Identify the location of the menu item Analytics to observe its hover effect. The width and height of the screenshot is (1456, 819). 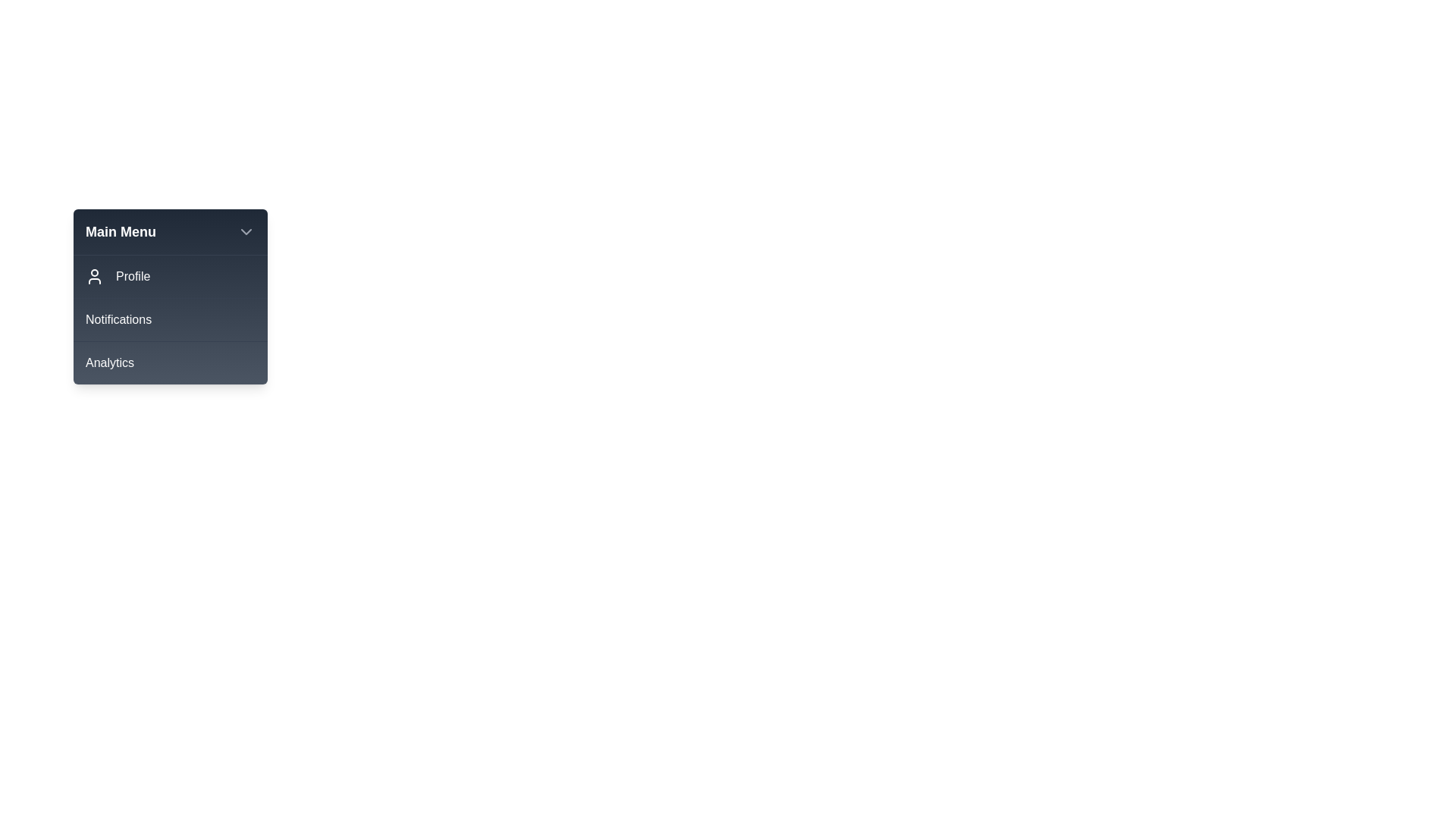
(171, 362).